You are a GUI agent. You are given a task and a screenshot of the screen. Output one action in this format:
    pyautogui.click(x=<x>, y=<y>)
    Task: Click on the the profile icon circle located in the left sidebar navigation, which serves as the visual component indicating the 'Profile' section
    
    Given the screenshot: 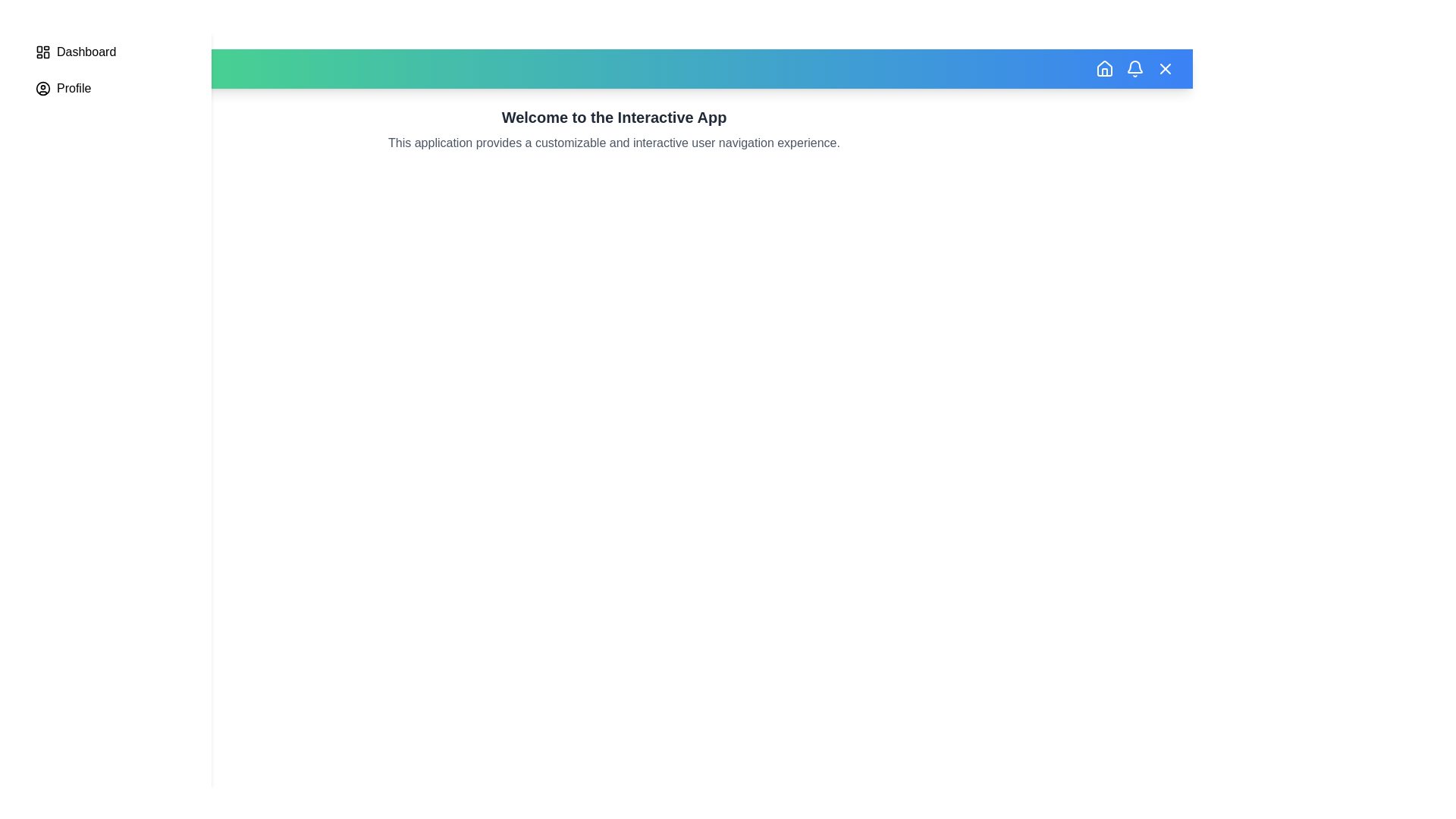 What is the action you would take?
    pyautogui.click(x=43, y=88)
    